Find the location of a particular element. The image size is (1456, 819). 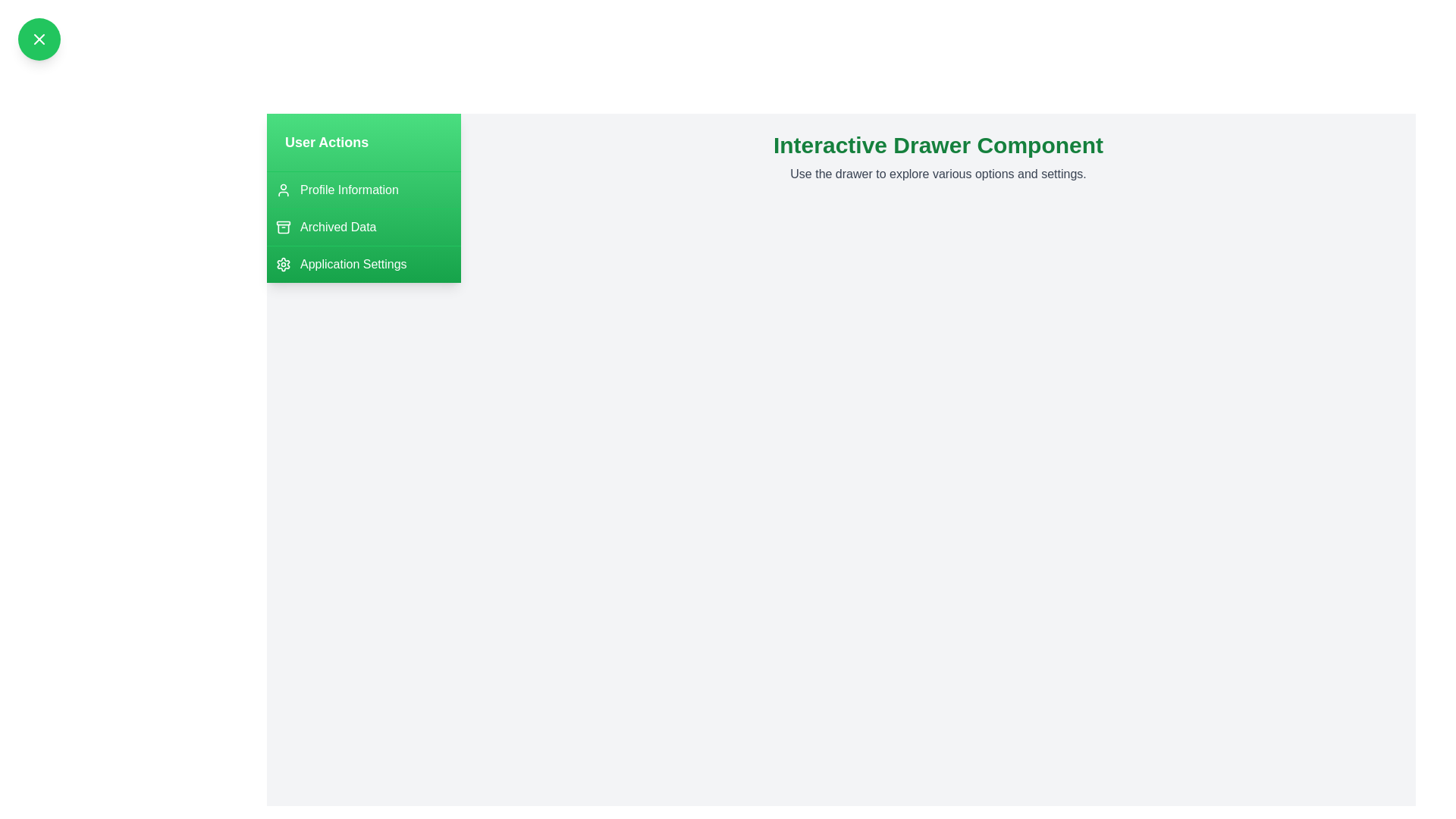

the 'Archived Data' menu item in the drawer is located at coordinates (364, 227).